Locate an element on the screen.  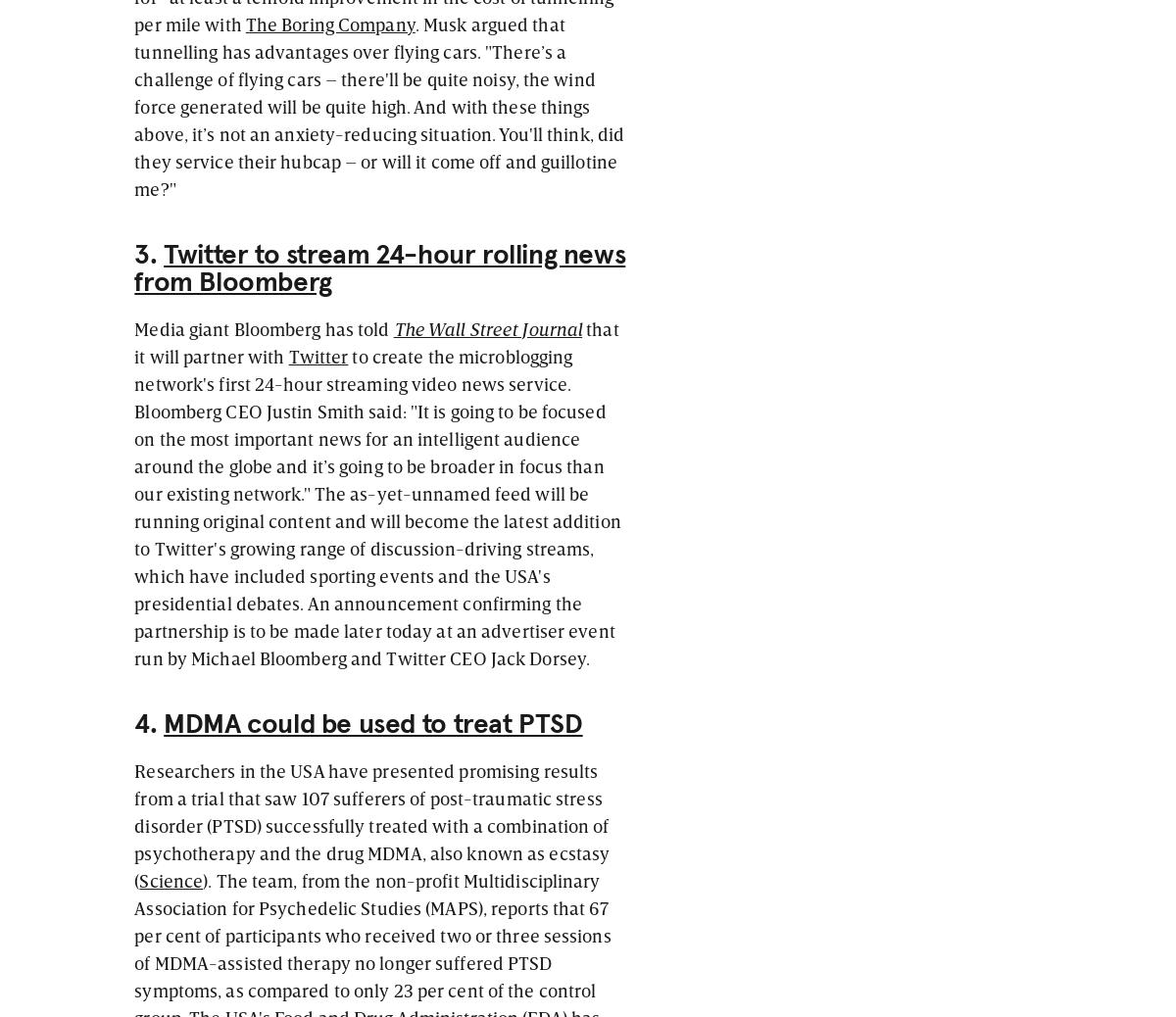
'Media giant Bloomberg has told' is located at coordinates (263, 327).